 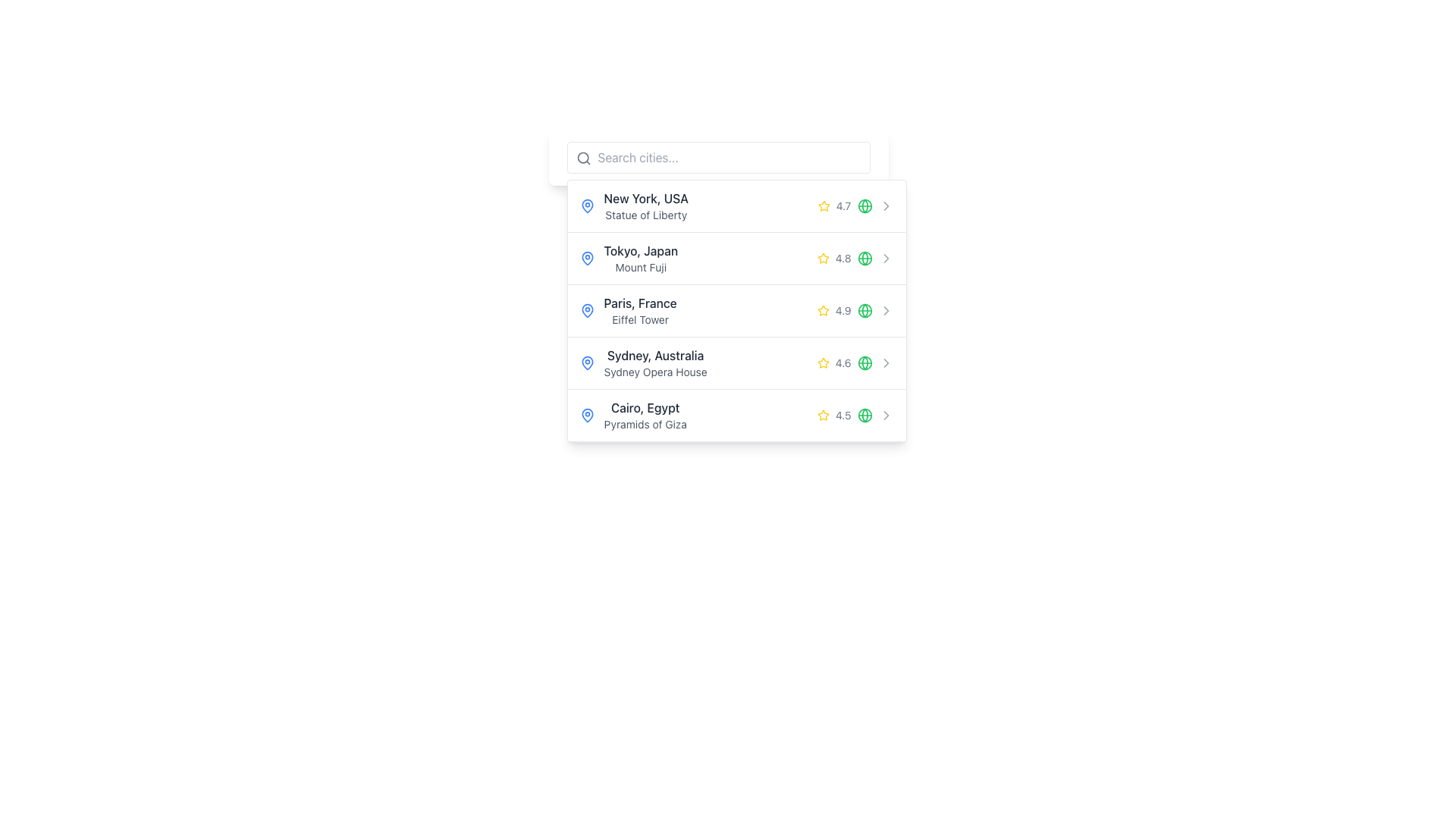 What do you see at coordinates (843, 257) in the screenshot?
I see `the Text label displaying the user rating '4.8' for the 'Tokyo, Japan' entry, which is located adjacent to the yellow star icon and before the green globe icon` at bounding box center [843, 257].